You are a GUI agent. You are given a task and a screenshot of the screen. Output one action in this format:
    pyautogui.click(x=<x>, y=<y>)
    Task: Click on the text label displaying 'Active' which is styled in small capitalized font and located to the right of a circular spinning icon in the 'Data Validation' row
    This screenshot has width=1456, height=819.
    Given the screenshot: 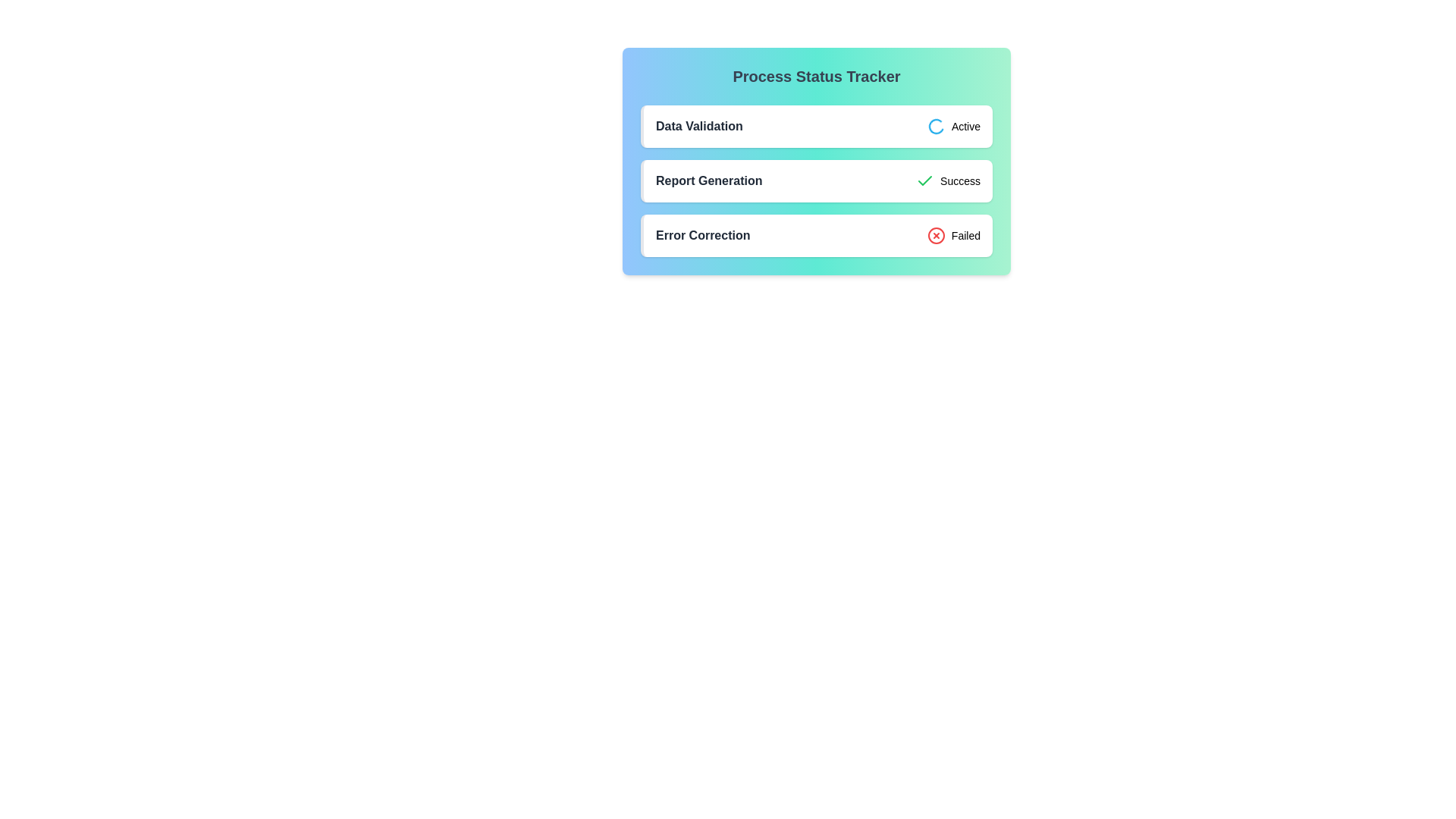 What is the action you would take?
    pyautogui.click(x=965, y=125)
    